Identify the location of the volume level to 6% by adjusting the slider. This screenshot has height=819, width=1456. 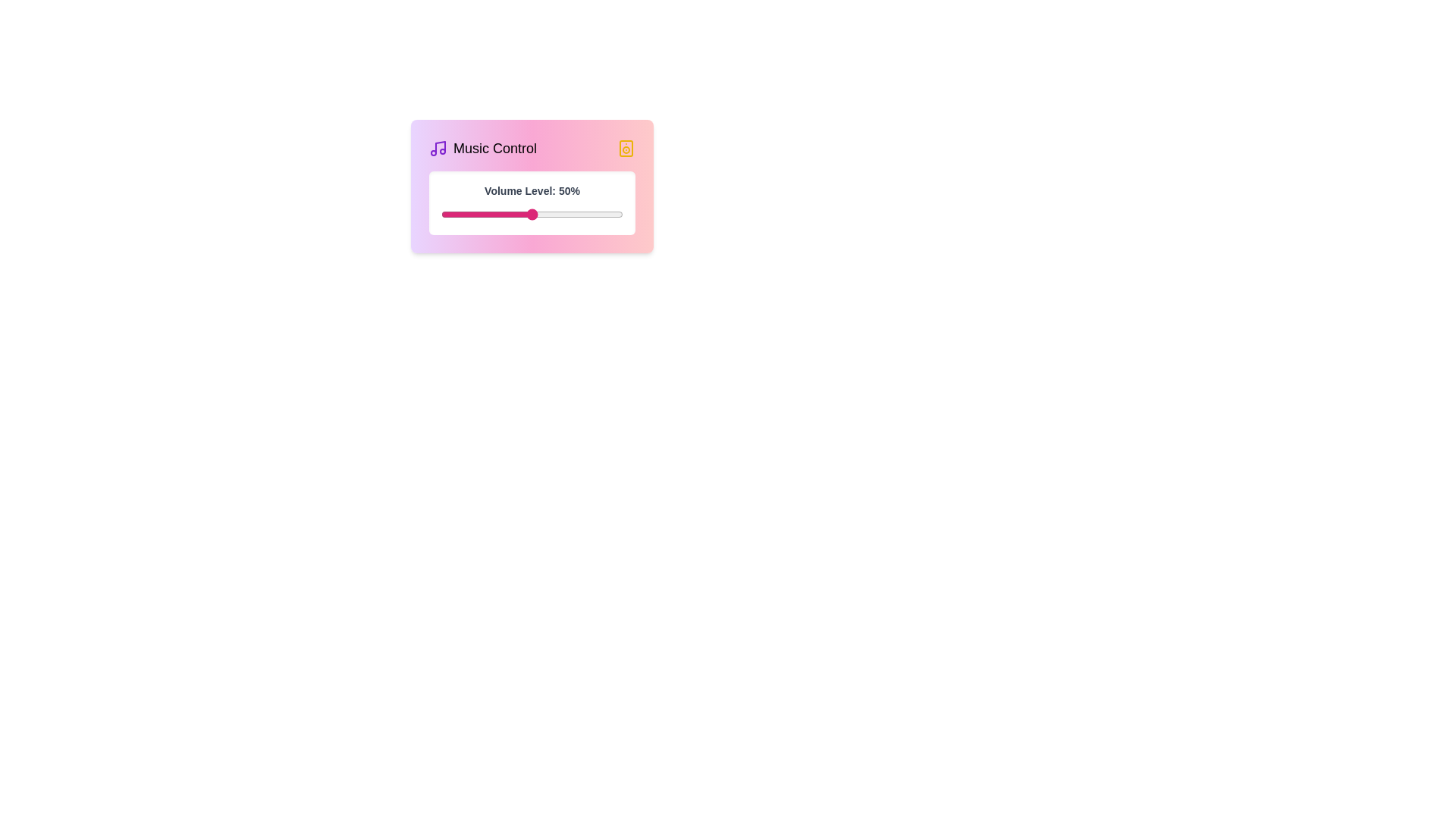
(451, 214).